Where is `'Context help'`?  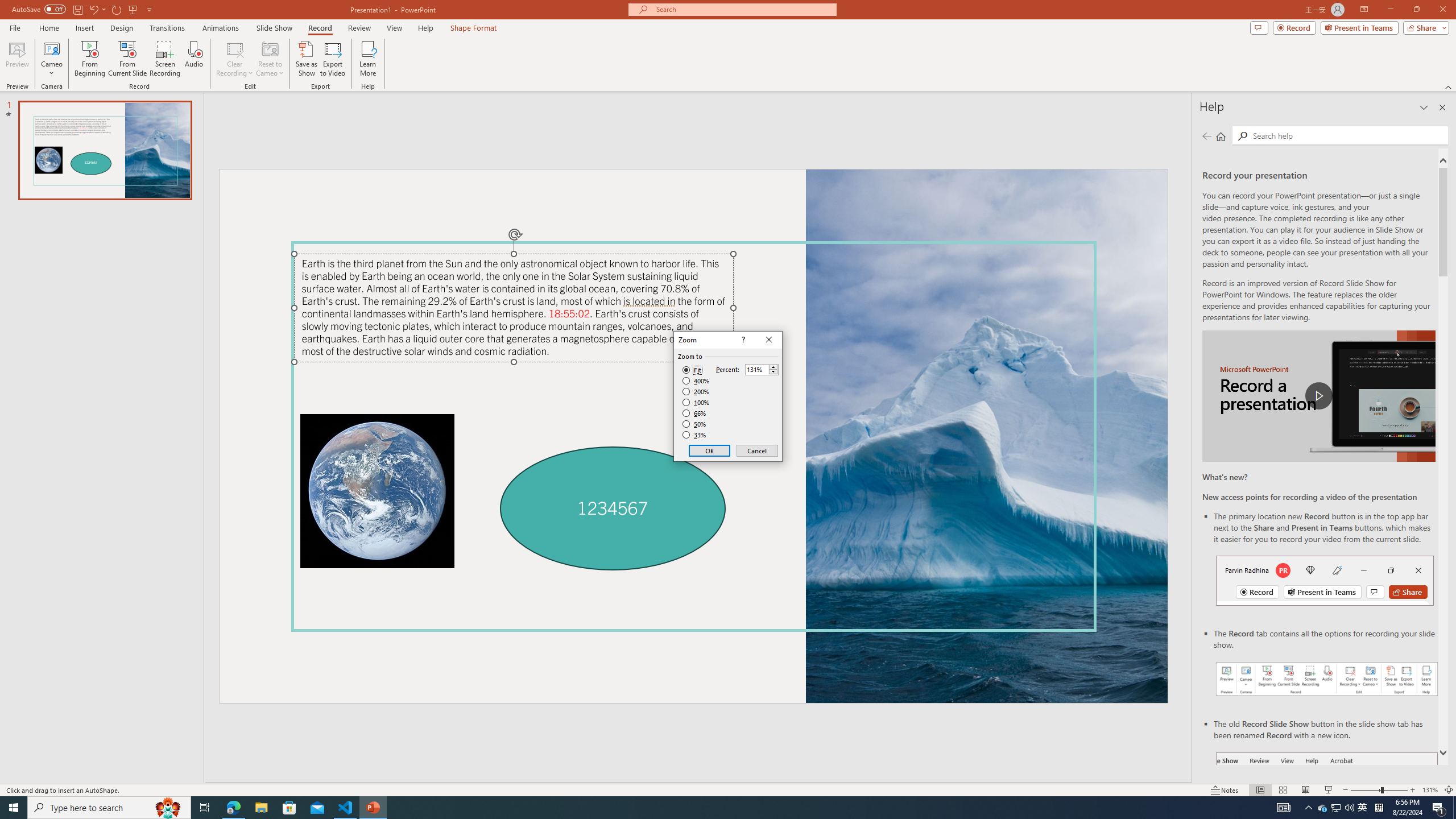
'Context help' is located at coordinates (742, 340).